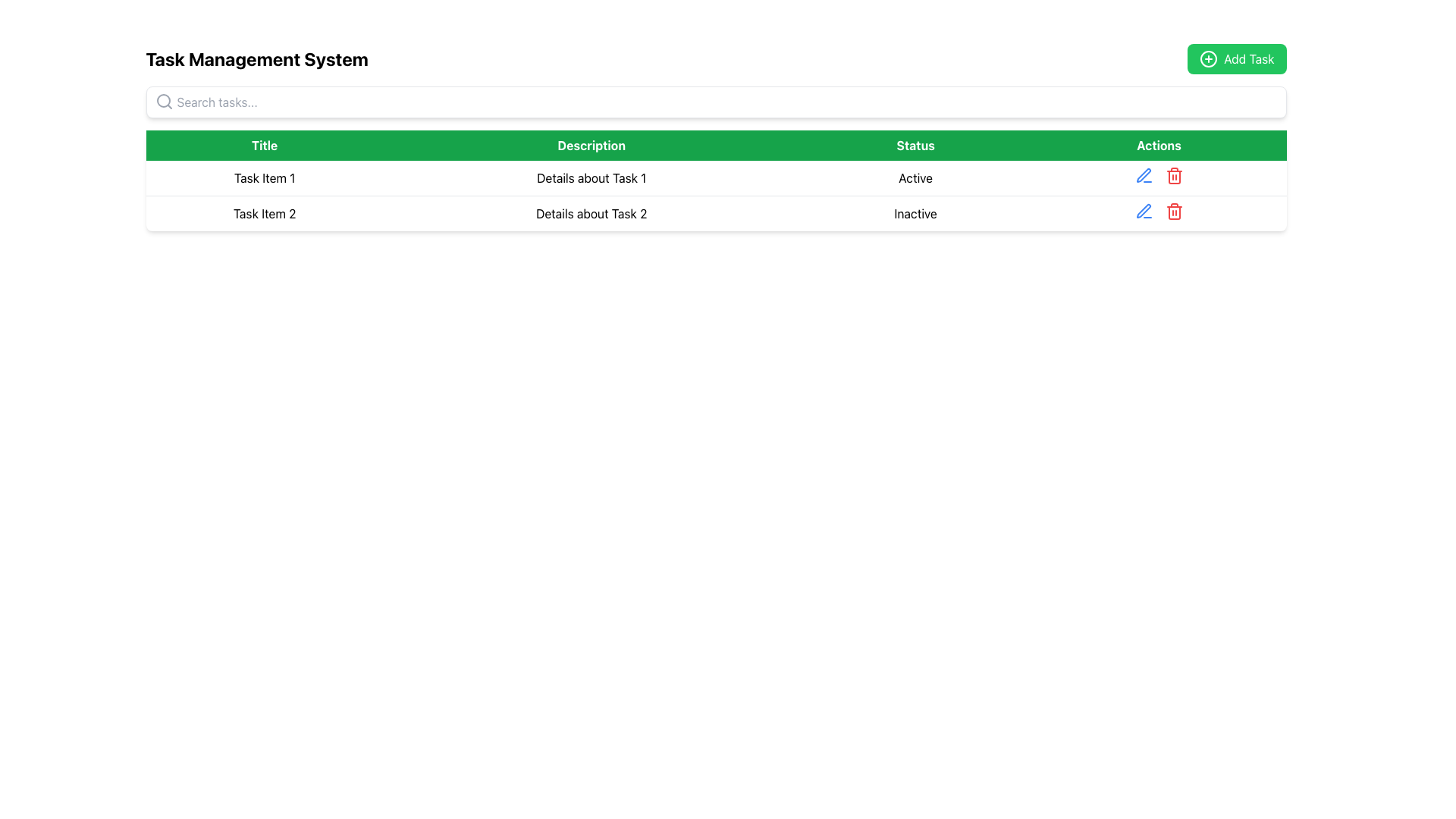 This screenshot has width=1456, height=819. Describe the element at coordinates (1208, 58) in the screenshot. I see `the circular green icon with a white plus sign at the top-right corner of the interface` at that location.